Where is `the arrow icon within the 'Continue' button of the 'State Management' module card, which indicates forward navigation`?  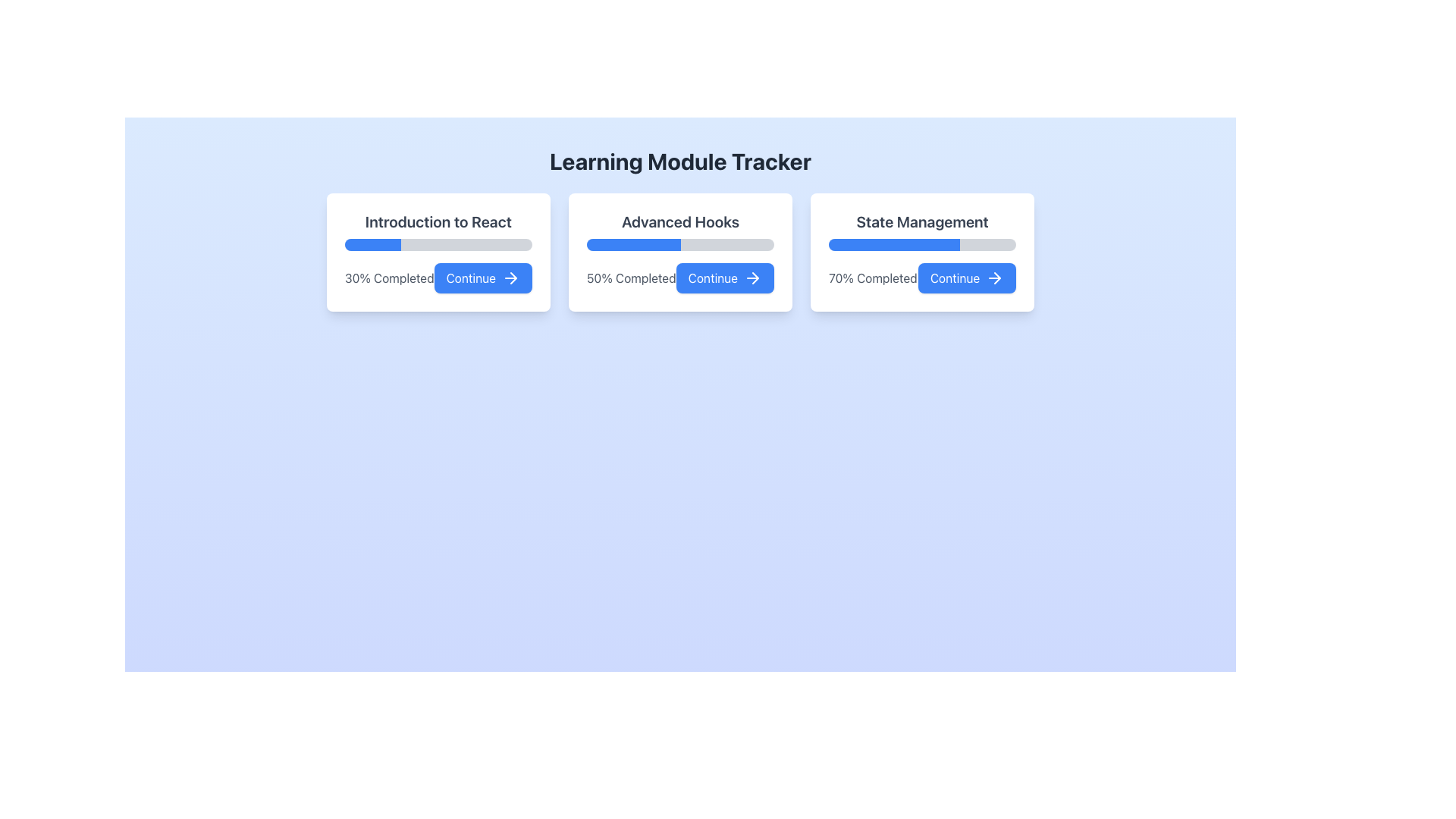
the arrow icon within the 'Continue' button of the 'State Management' module card, which indicates forward navigation is located at coordinates (997, 278).